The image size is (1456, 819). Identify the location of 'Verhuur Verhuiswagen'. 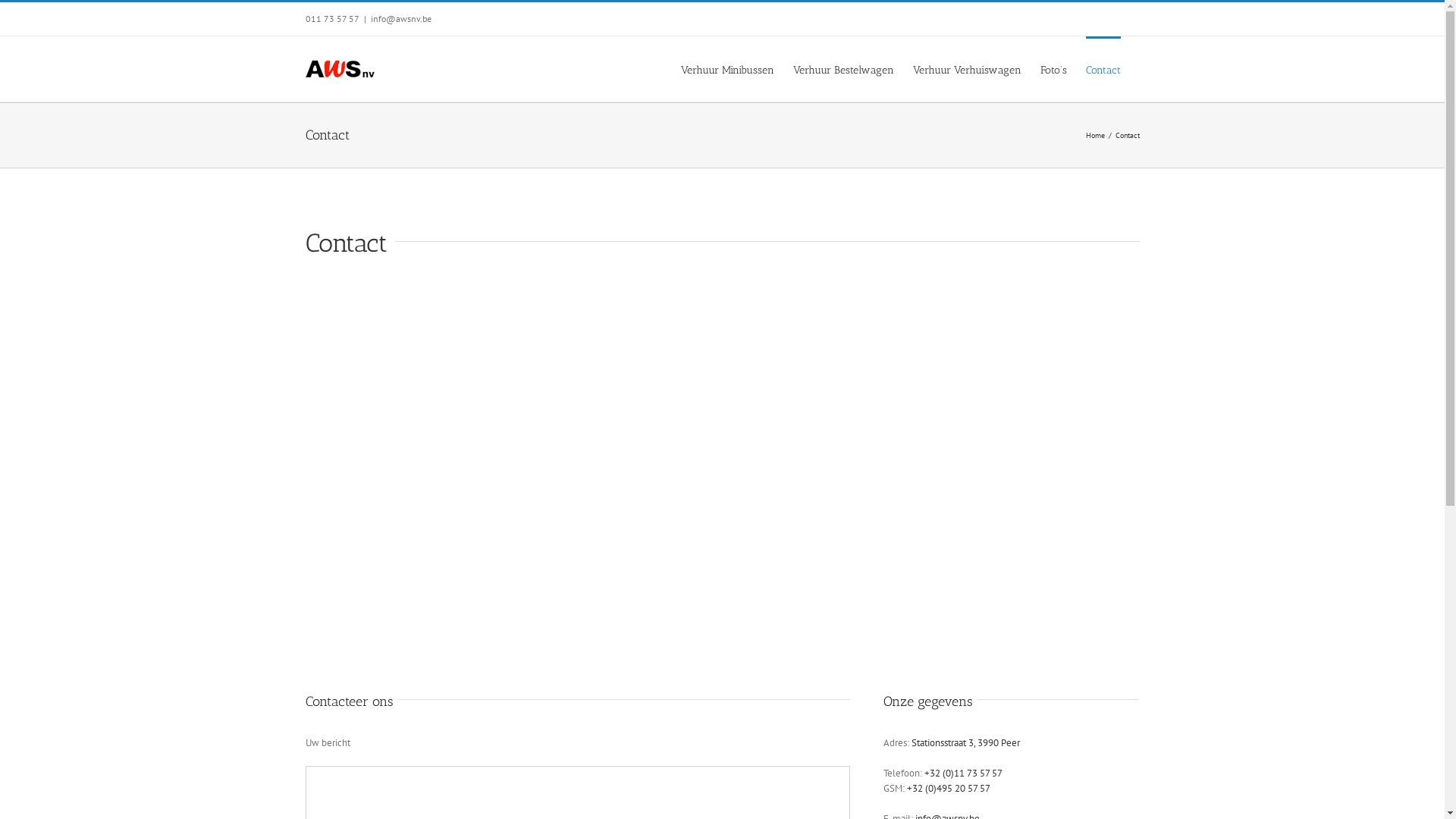
(966, 69).